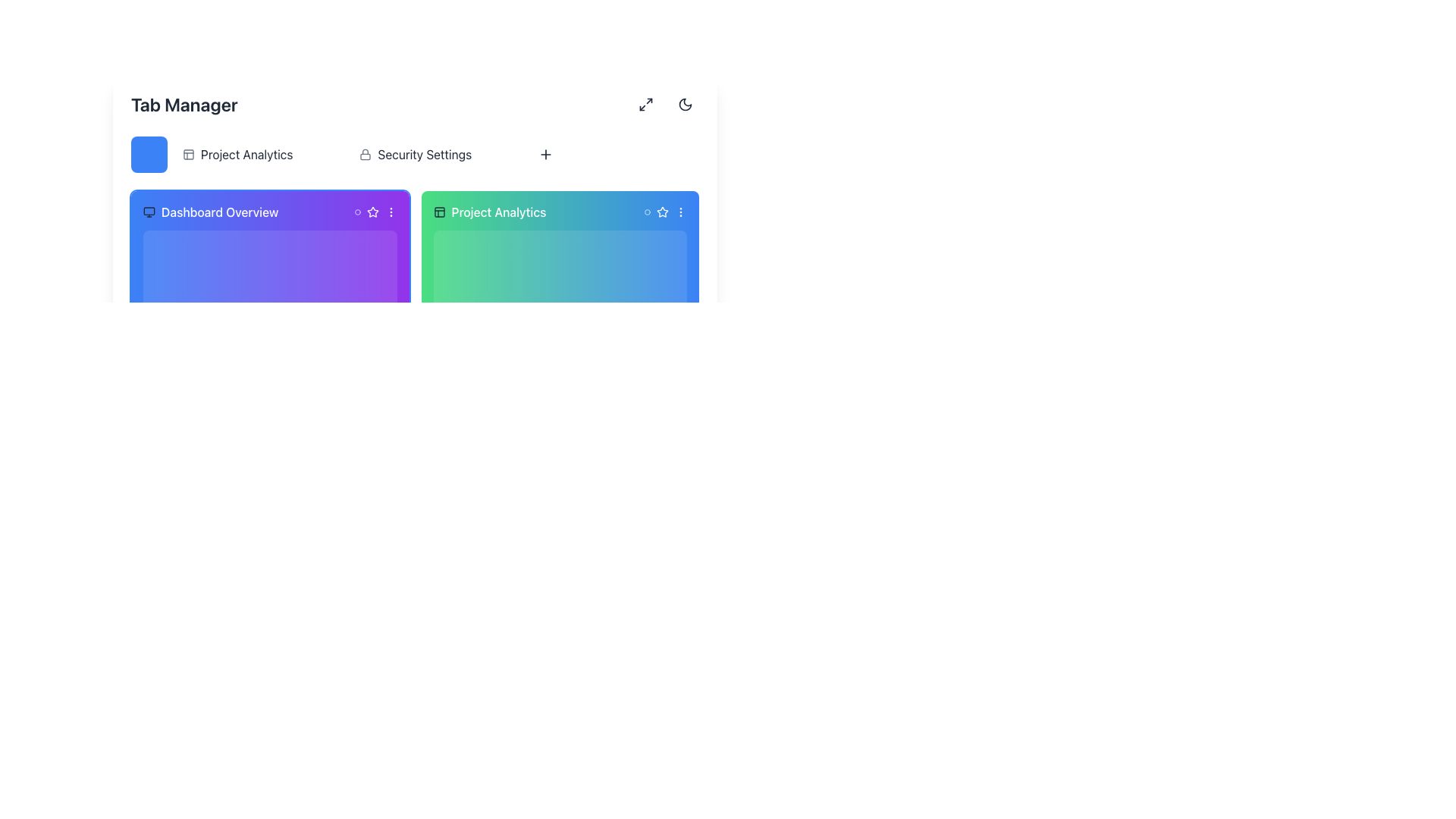 The height and width of the screenshot is (819, 1456). What do you see at coordinates (662, 212) in the screenshot?
I see `the second star-shaped icon with a white stroke and blue background located in the top-right corner of the 'Project Analytics' card` at bounding box center [662, 212].